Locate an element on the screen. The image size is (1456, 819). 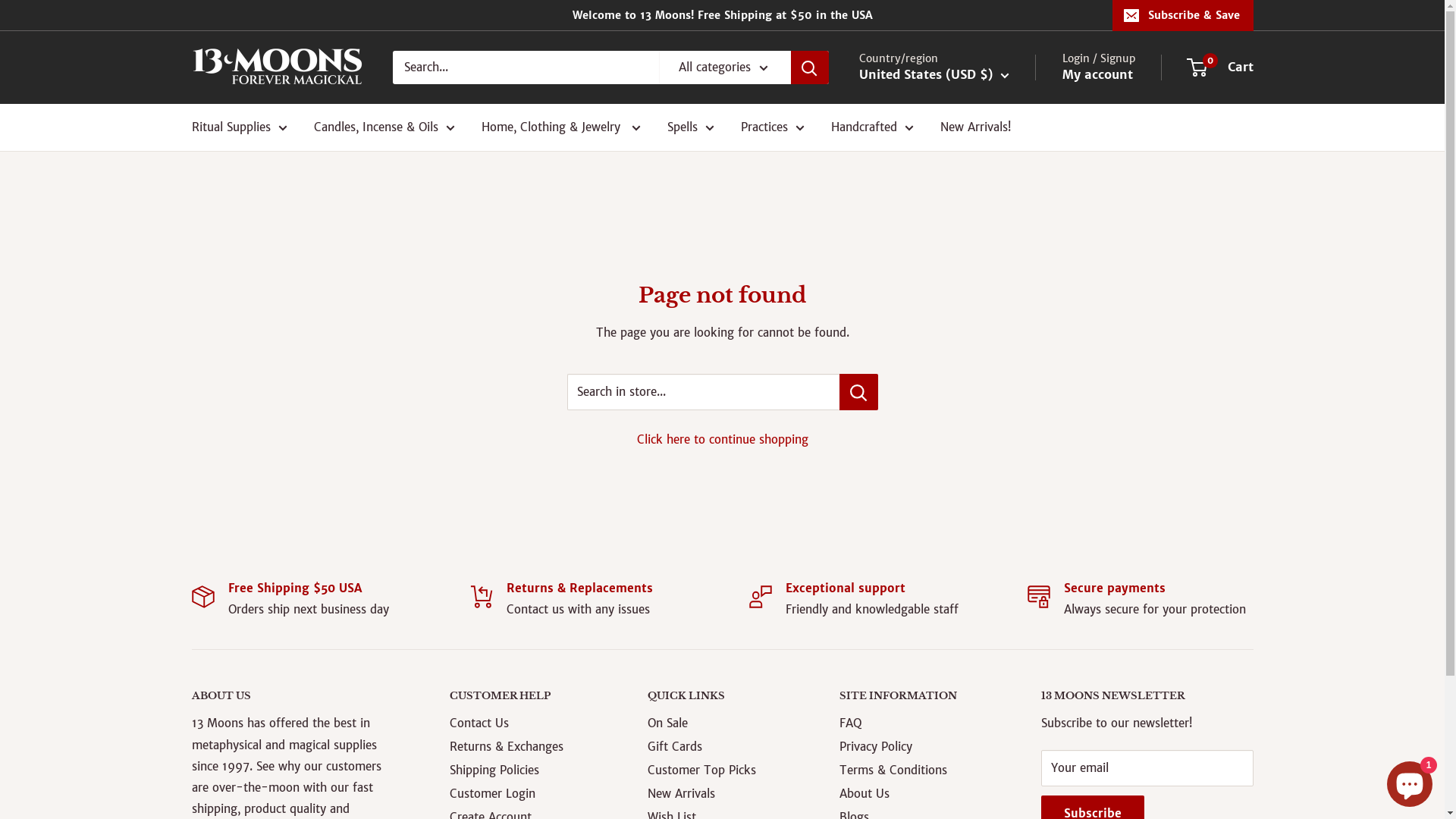
'My account' is located at coordinates (1097, 75).